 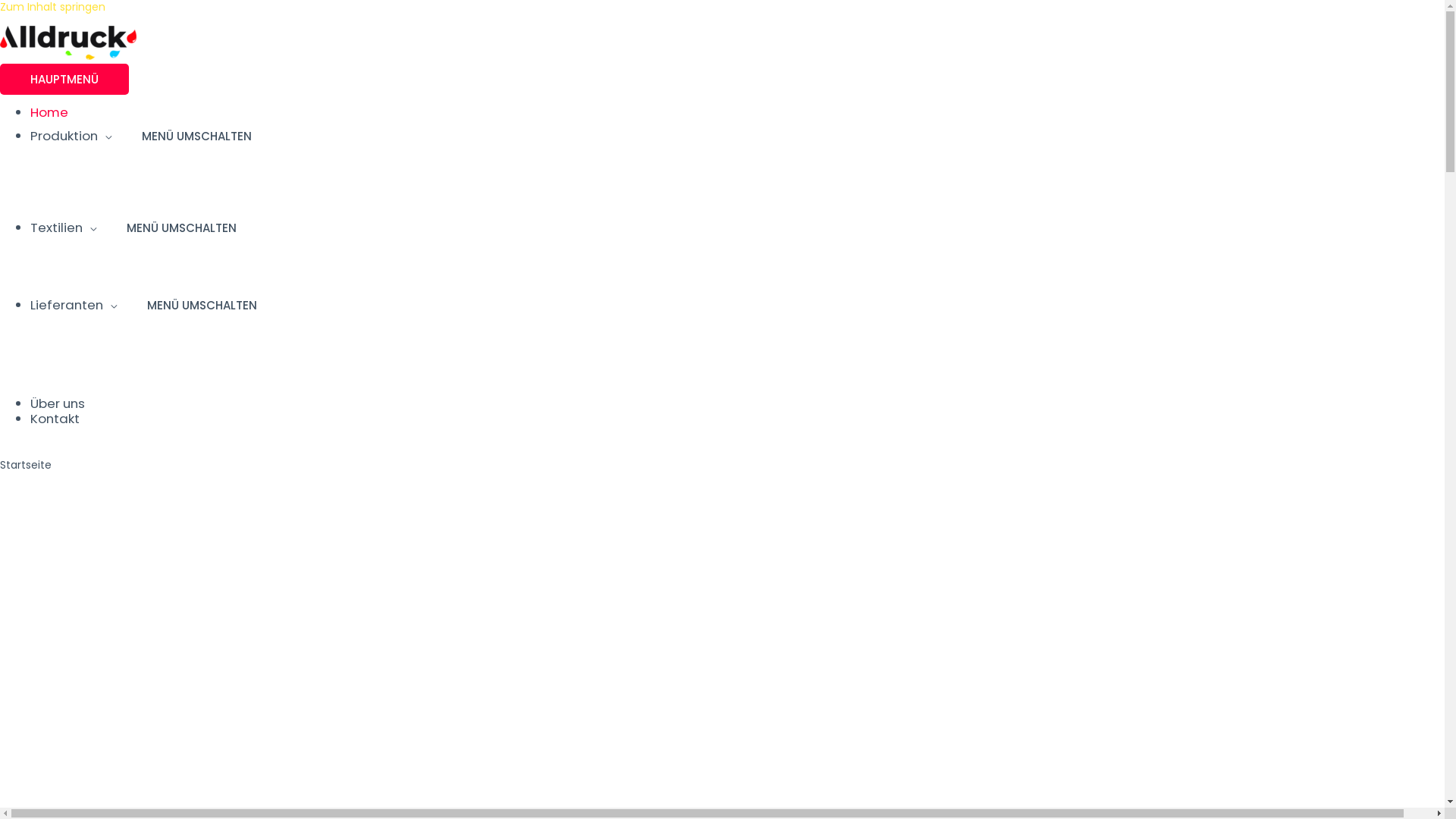 I want to click on 'Lieferanten', so click(x=72, y=304).